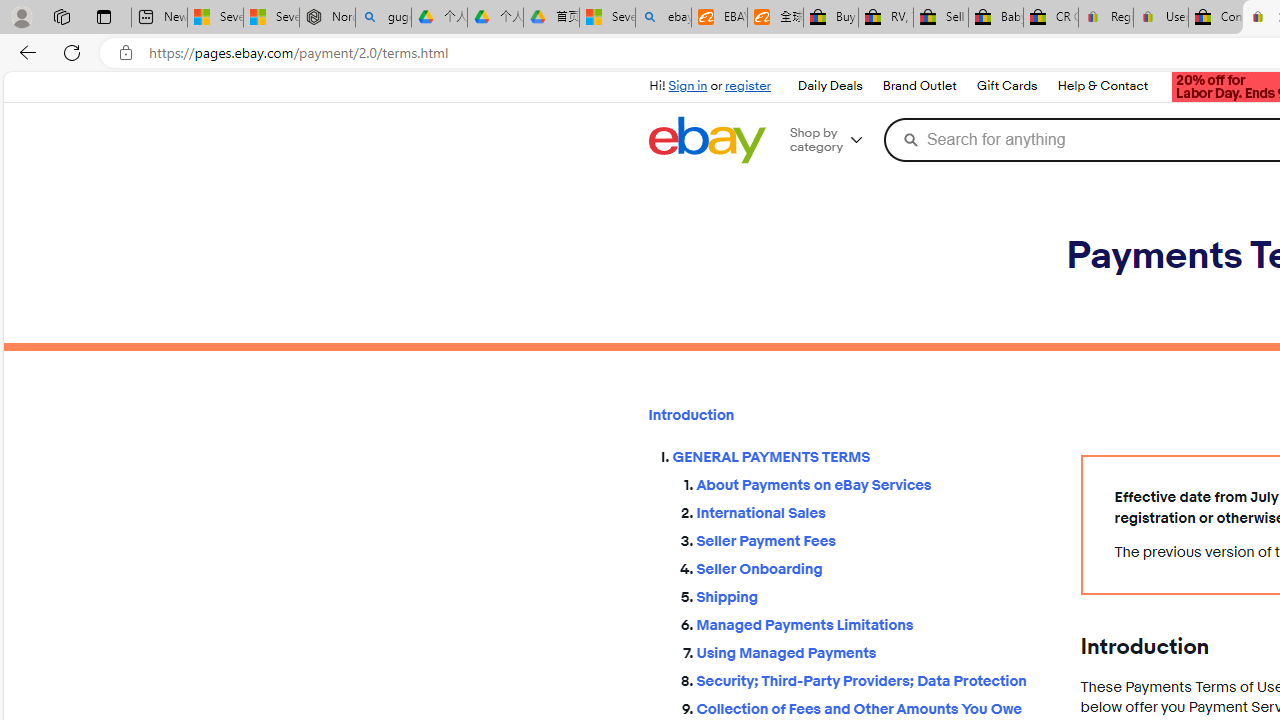  Describe the element at coordinates (706, 139) in the screenshot. I see `'eBay Home'` at that location.